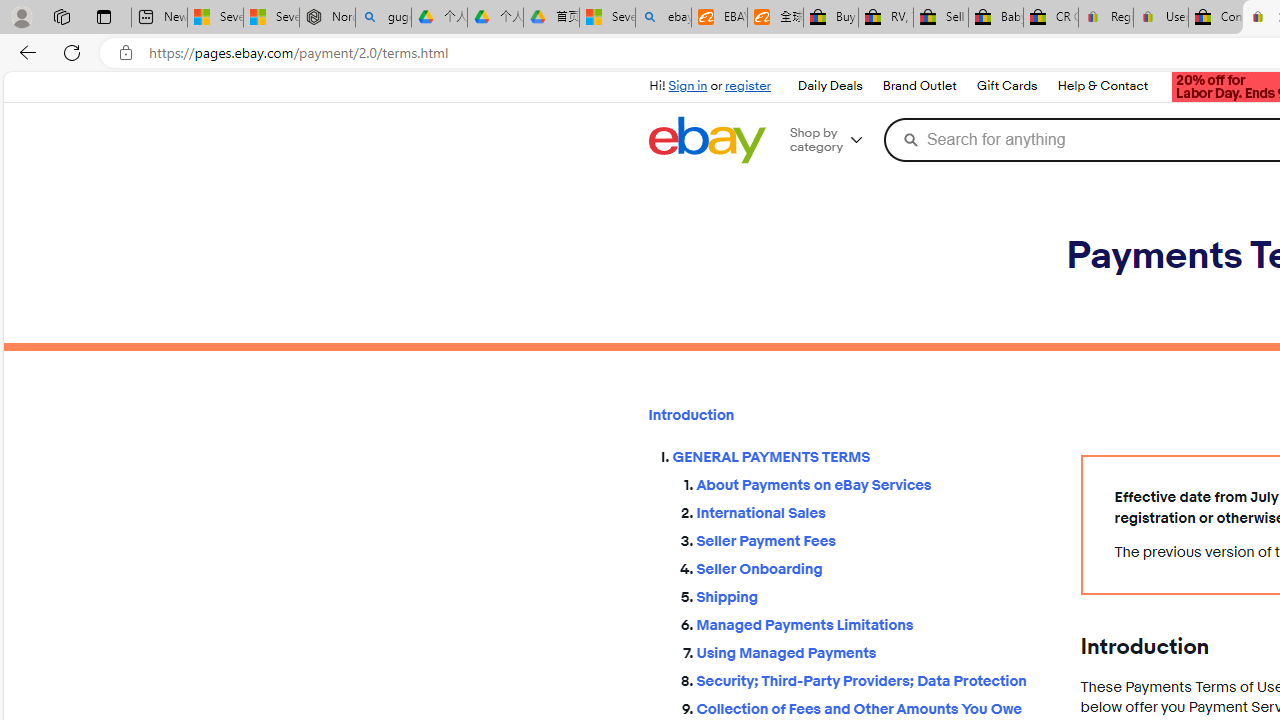  Describe the element at coordinates (706, 139) in the screenshot. I see `'eBay Home'` at that location.